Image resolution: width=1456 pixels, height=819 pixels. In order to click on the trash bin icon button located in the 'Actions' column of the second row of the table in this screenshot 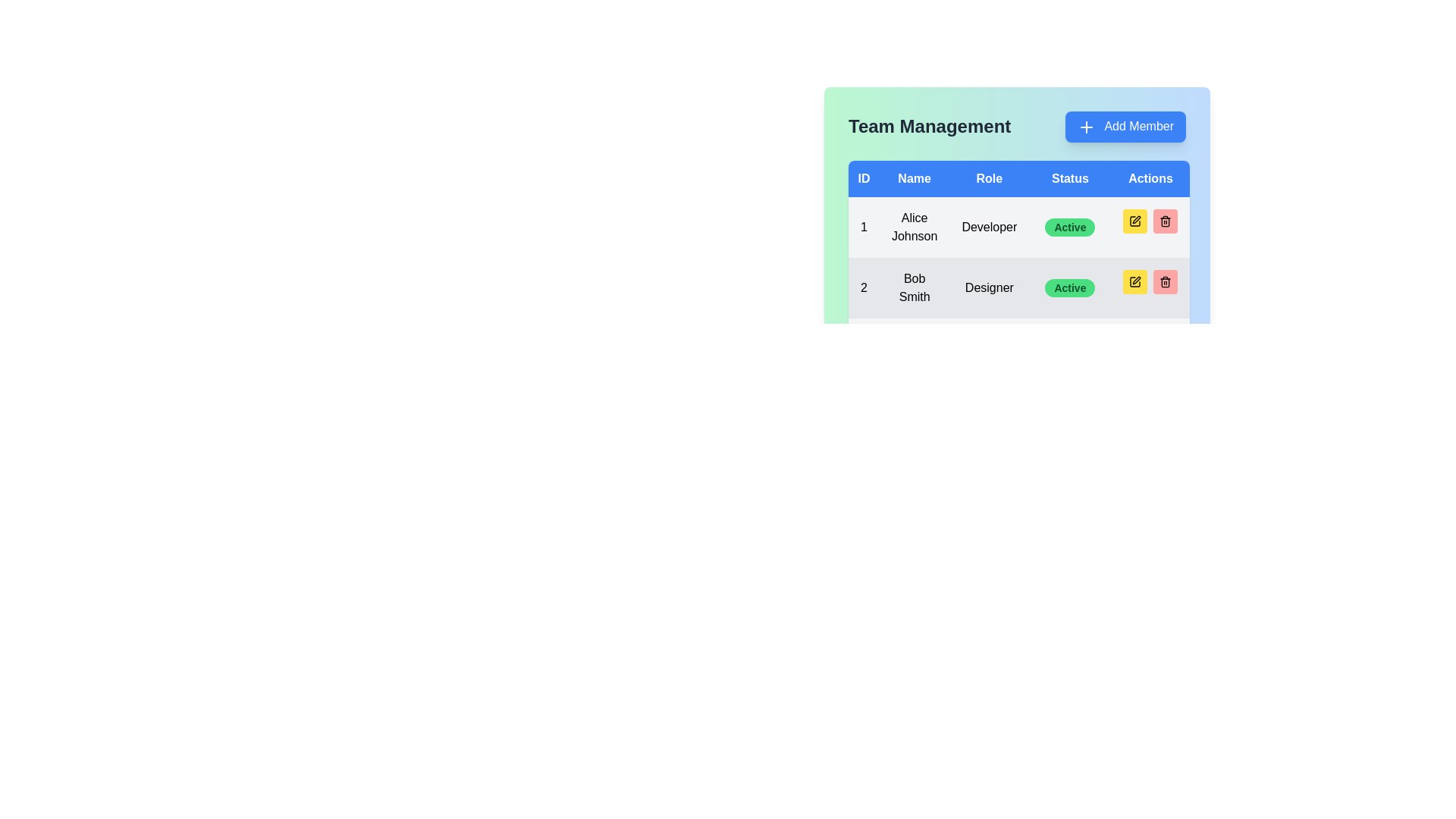, I will do `click(1165, 221)`.